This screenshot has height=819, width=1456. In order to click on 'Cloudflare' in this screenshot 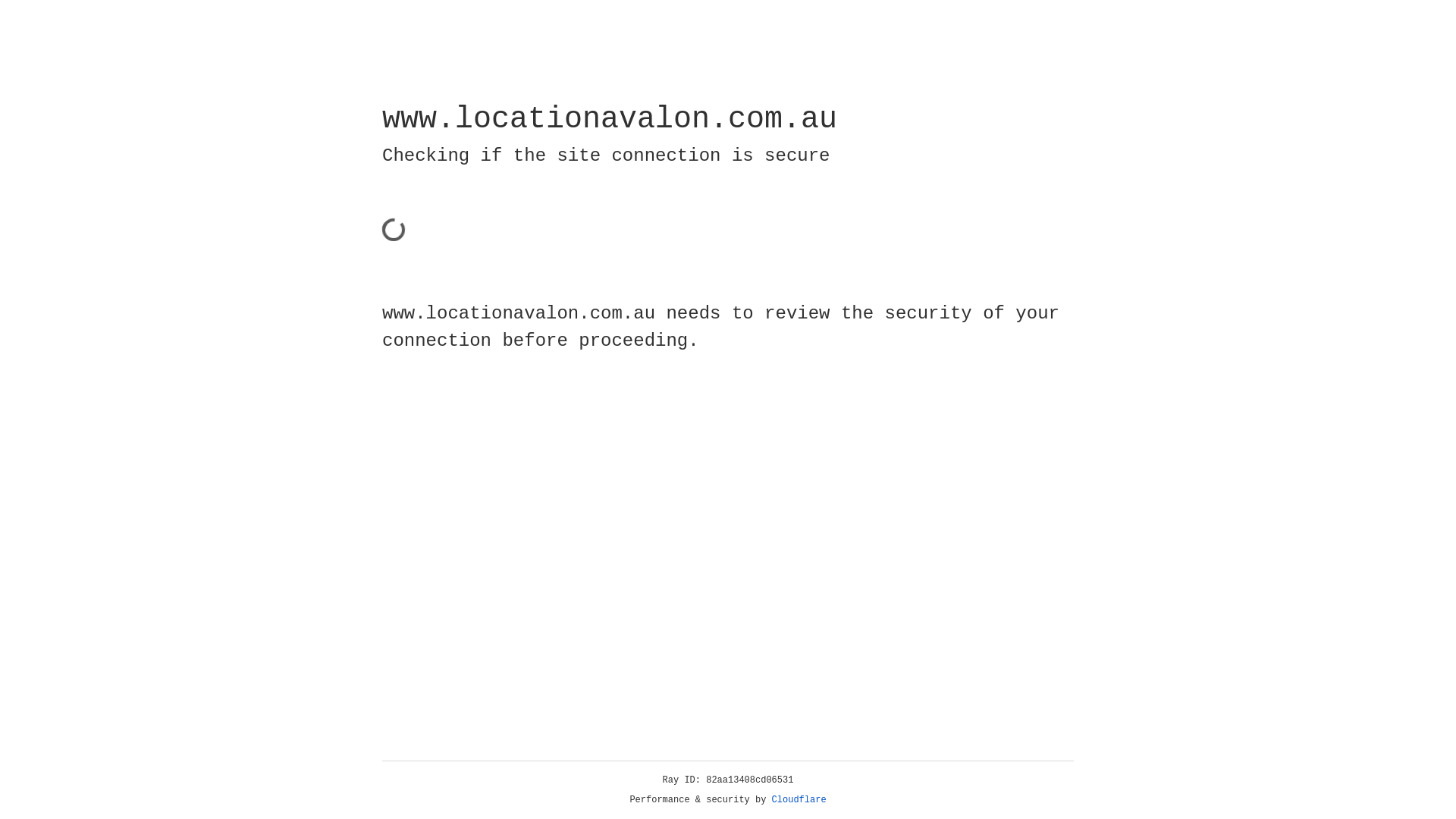, I will do `click(771, 799)`.